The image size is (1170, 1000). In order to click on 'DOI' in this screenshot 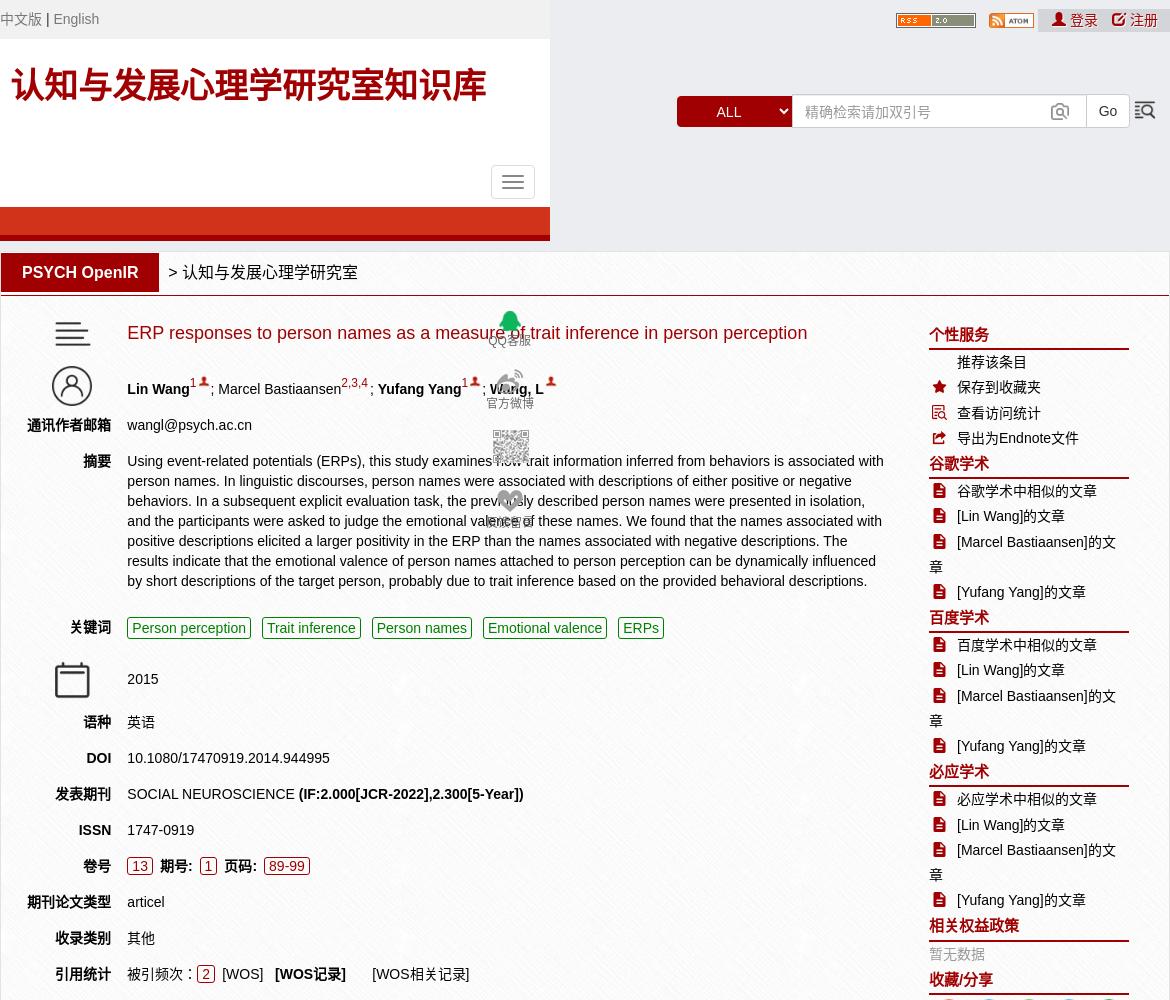, I will do `click(98, 757)`.